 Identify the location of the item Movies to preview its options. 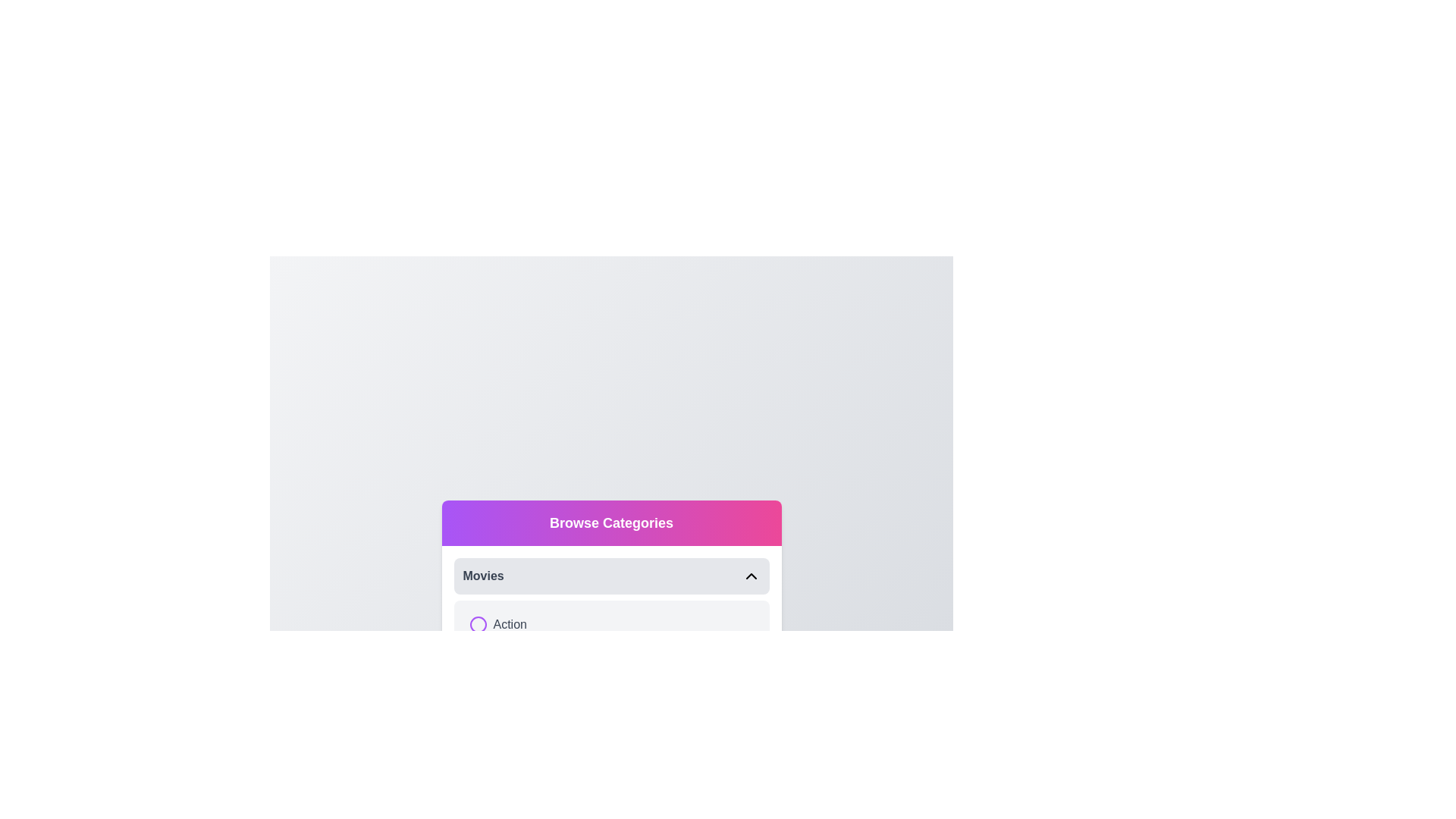
(611, 576).